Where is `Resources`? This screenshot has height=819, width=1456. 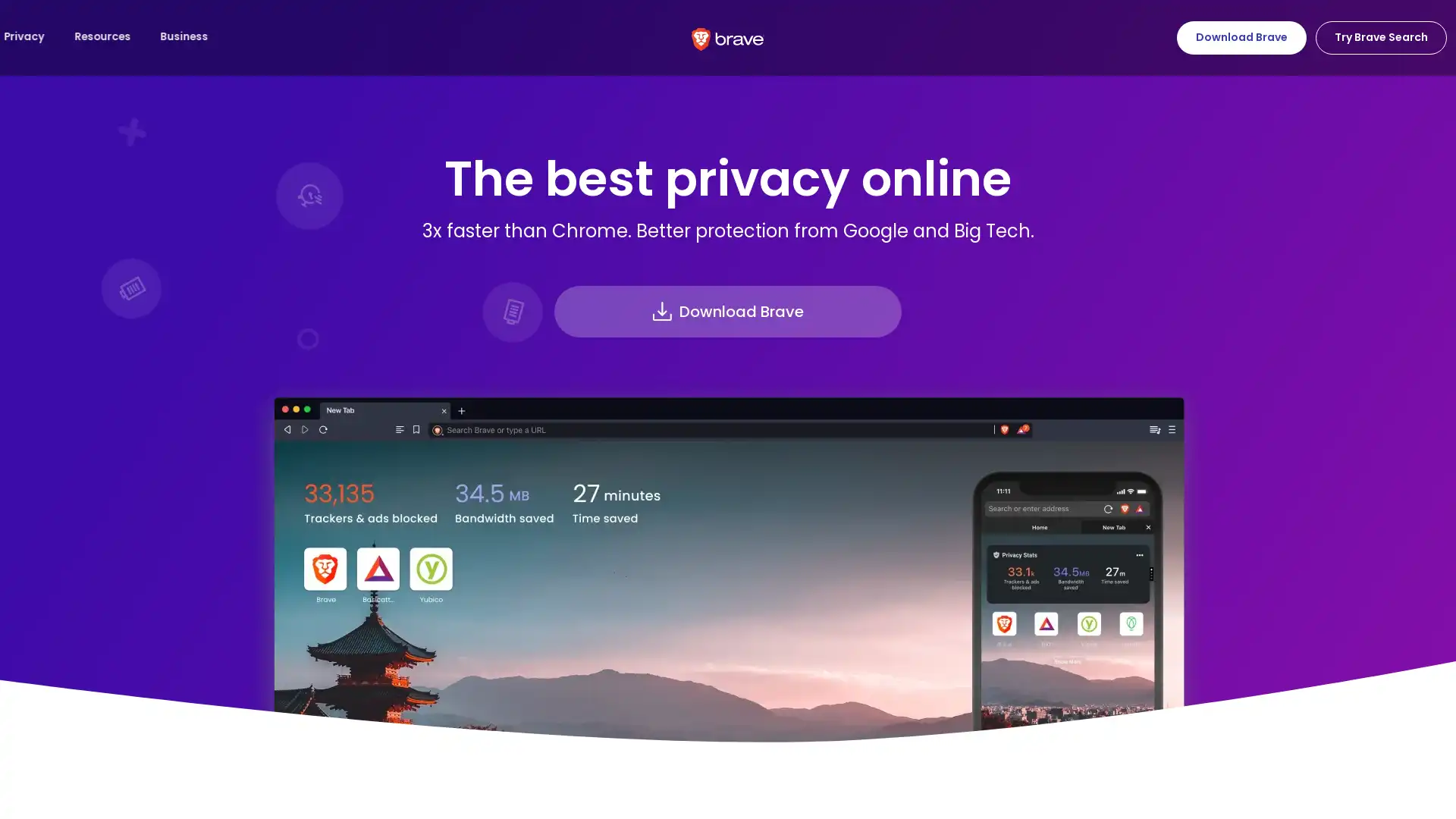 Resources is located at coordinates (276, 36).